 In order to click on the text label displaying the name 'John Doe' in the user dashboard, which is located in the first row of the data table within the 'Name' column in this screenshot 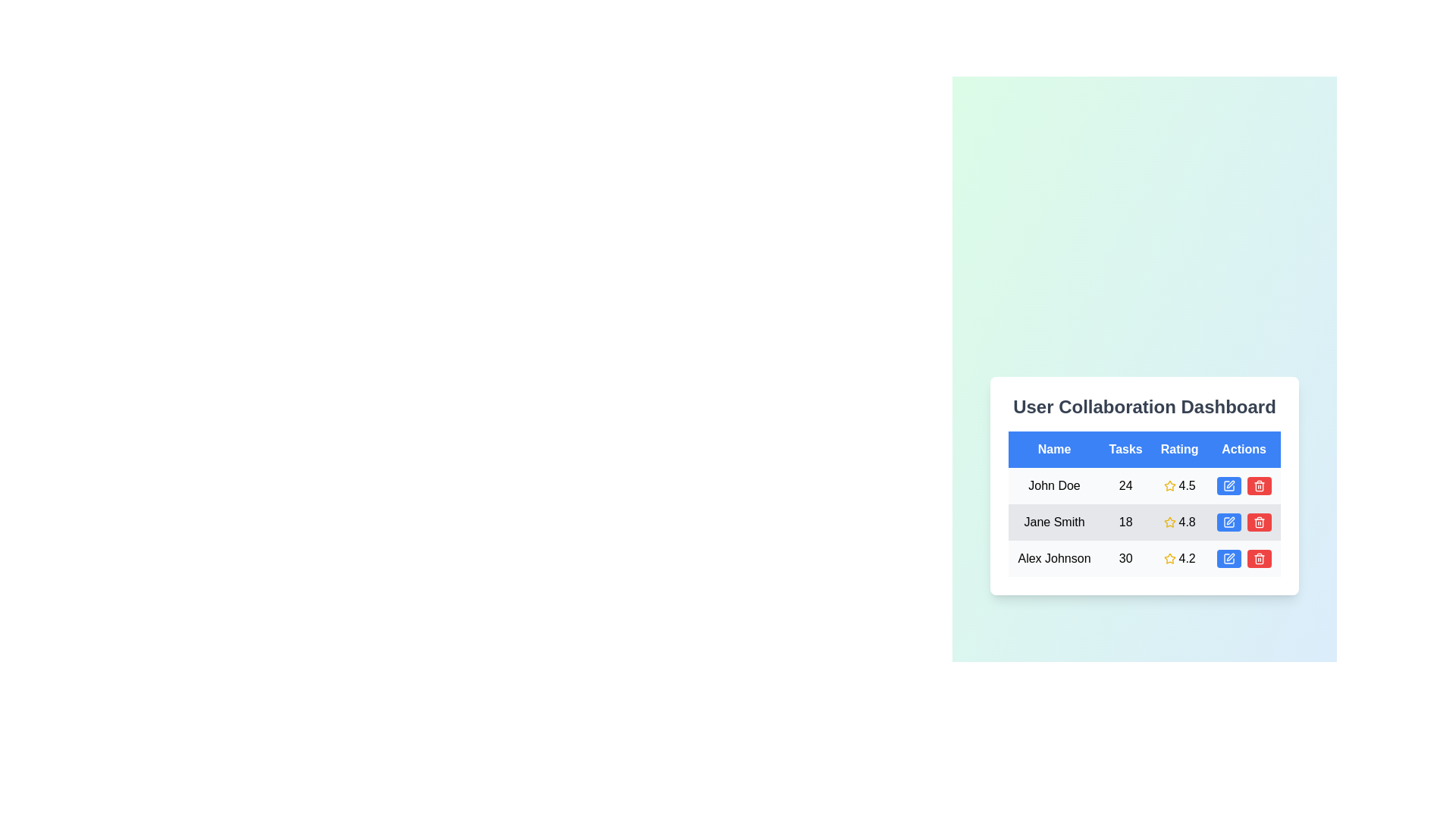, I will do `click(1053, 485)`.